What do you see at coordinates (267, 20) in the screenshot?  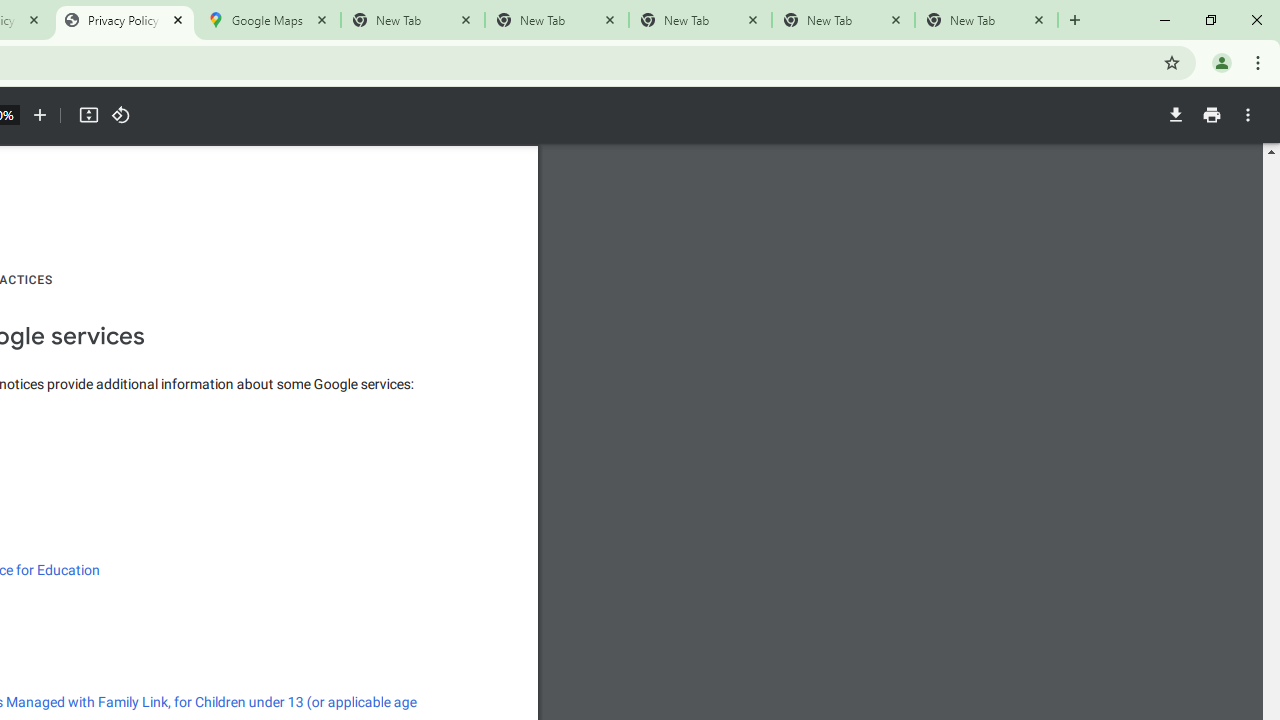 I see `'Google Maps'` at bounding box center [267, 20].